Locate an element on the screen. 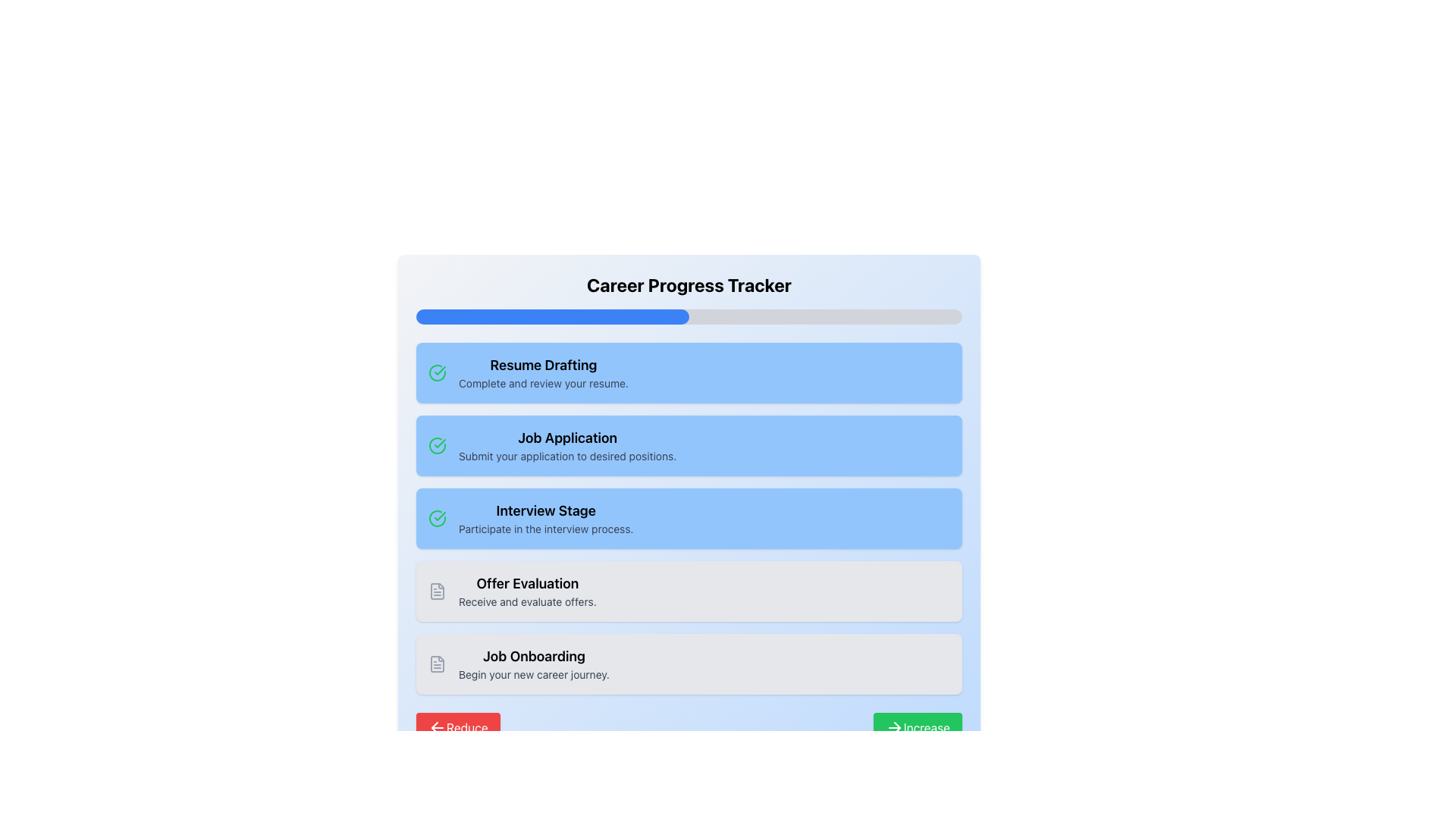  the descriptive text label reading 'Complete and review your resume.' located directly under the heading 'Resume Drafting' within the blue section of the Career Progress Tracker interface is located at coordinates (543, 382).